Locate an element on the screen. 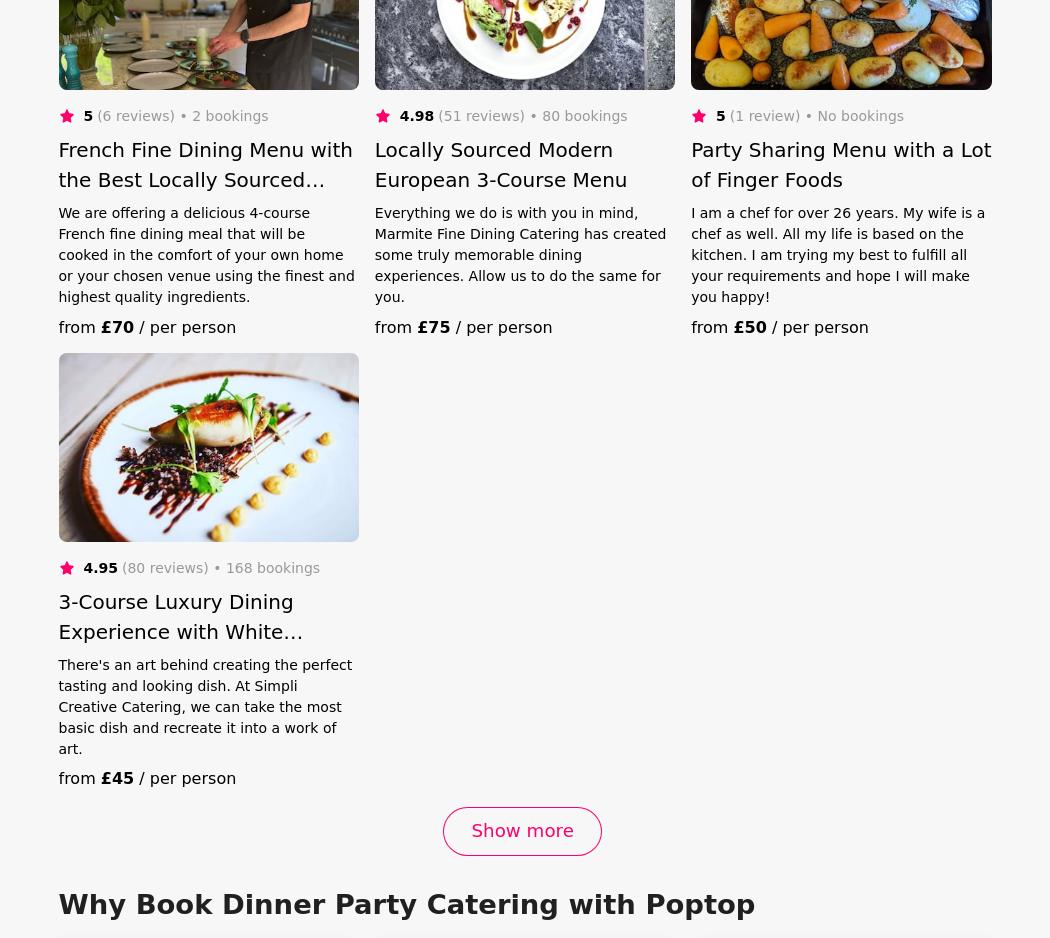 The image size is (1050, 938). '4.95' is located at coordinates (99, 567).